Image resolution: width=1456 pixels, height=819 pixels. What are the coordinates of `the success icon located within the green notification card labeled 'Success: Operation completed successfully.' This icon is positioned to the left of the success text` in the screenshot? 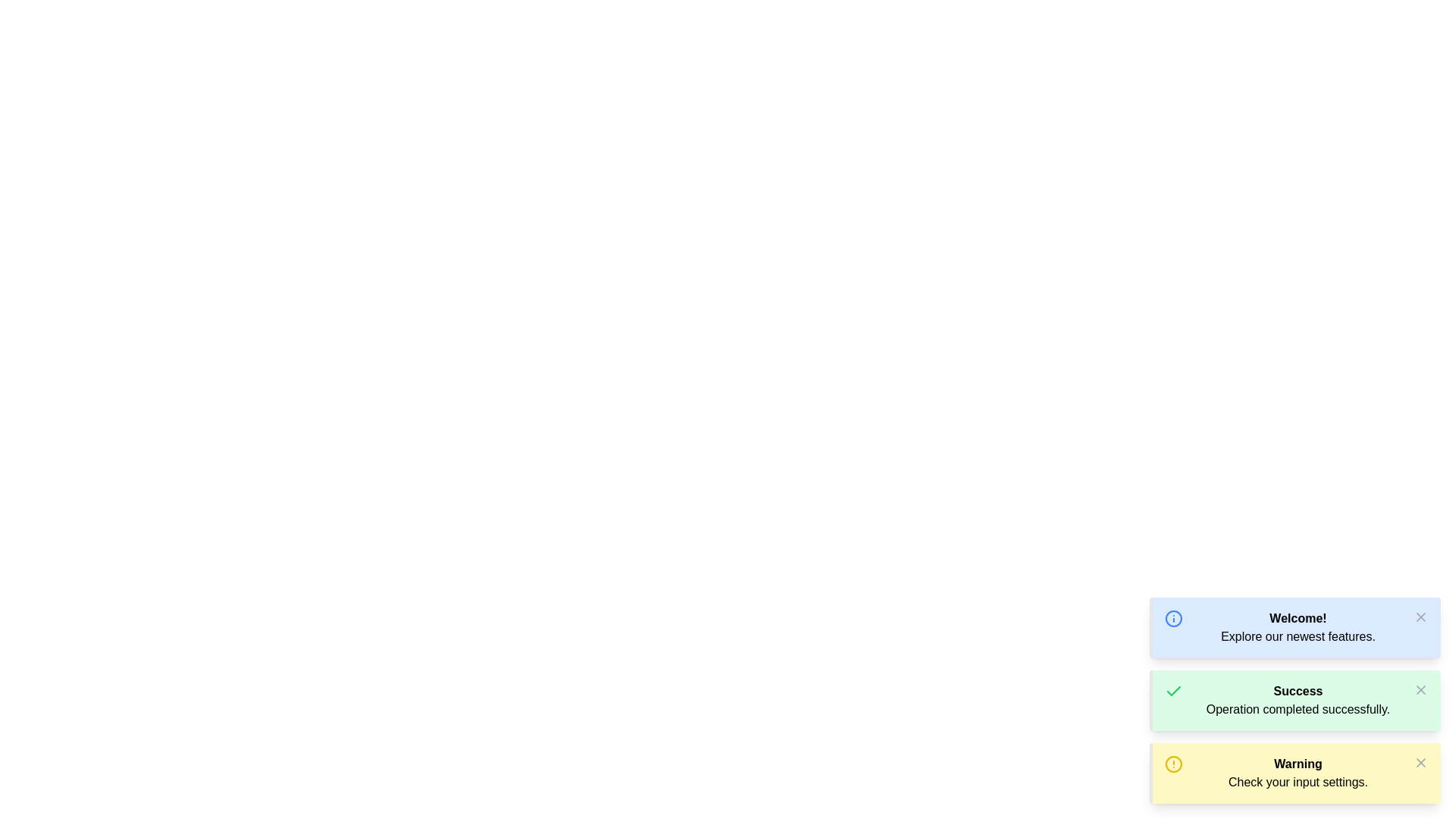 It's located at (1173, 690).